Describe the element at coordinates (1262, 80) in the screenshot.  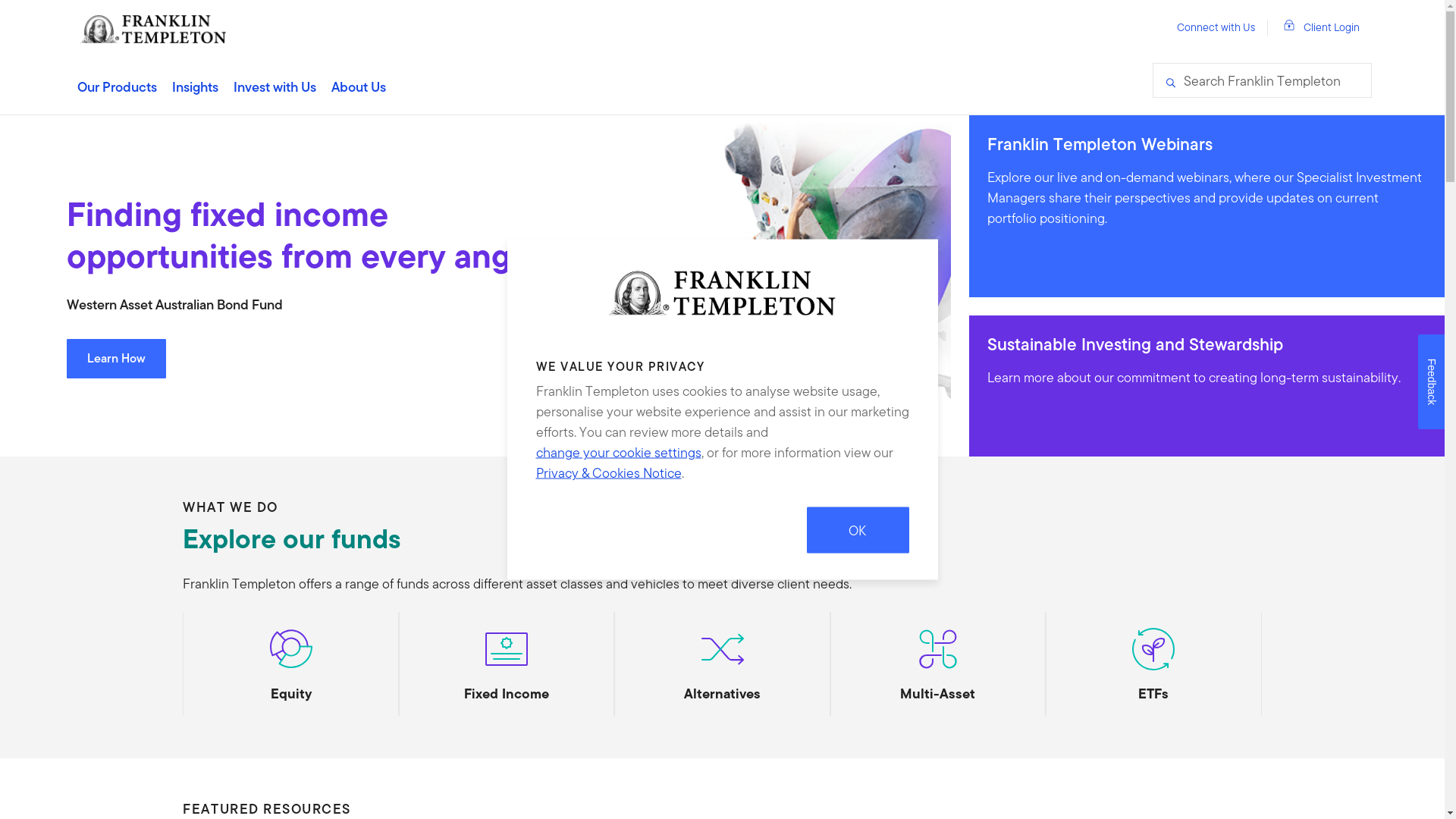
I see `'Search Franklin Templeton'` at that location.